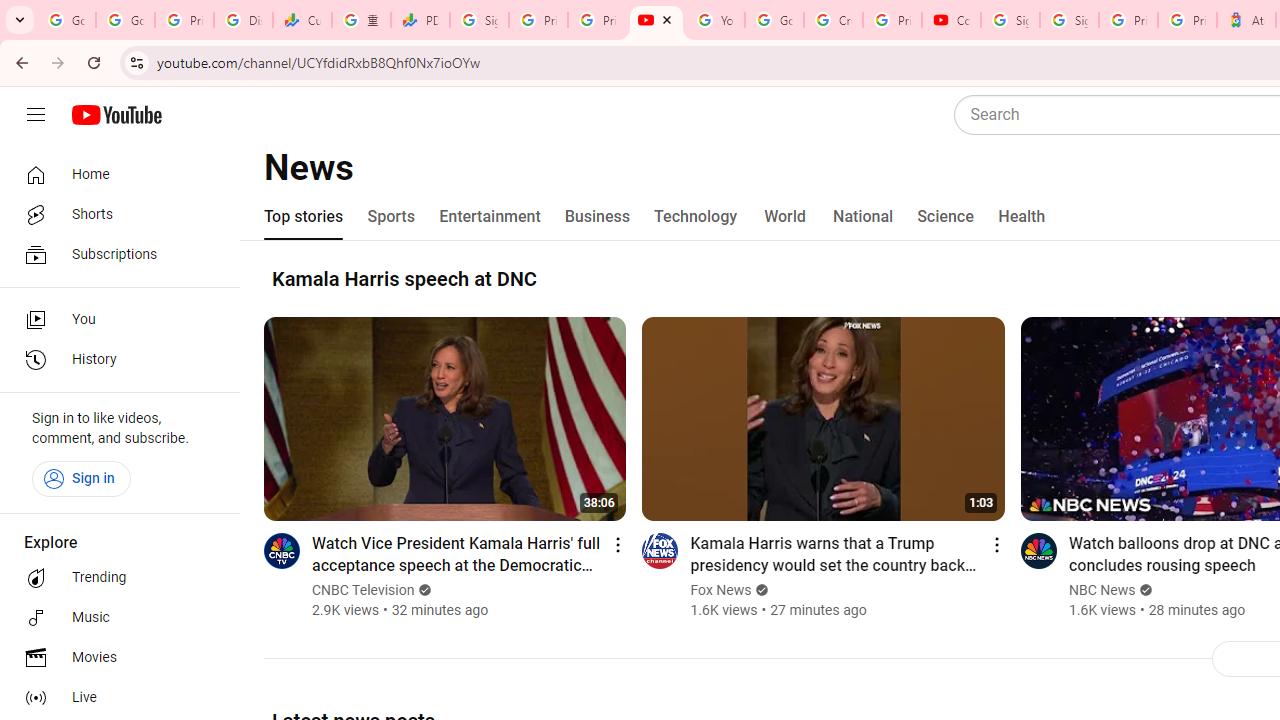 The height and width of the screenshot is (720, 1280). What do you see at coordinates (303, 217) in the screenshot?
I see `'Top stories'` at bounding box center [303, 217].